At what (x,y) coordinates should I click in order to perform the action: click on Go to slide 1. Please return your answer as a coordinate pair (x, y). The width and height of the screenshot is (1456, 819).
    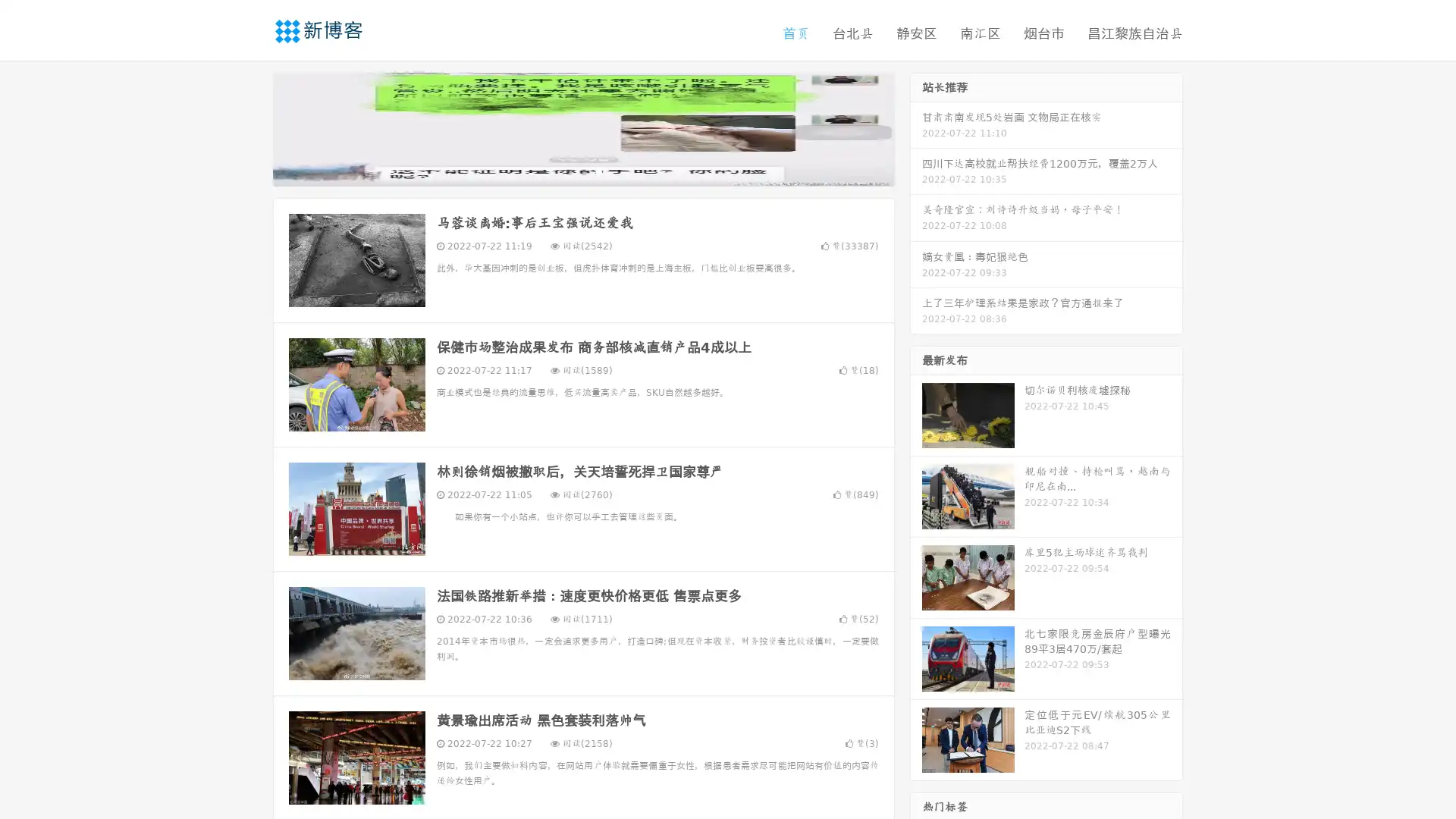
    Looking at the image, I should click on (567, 171).